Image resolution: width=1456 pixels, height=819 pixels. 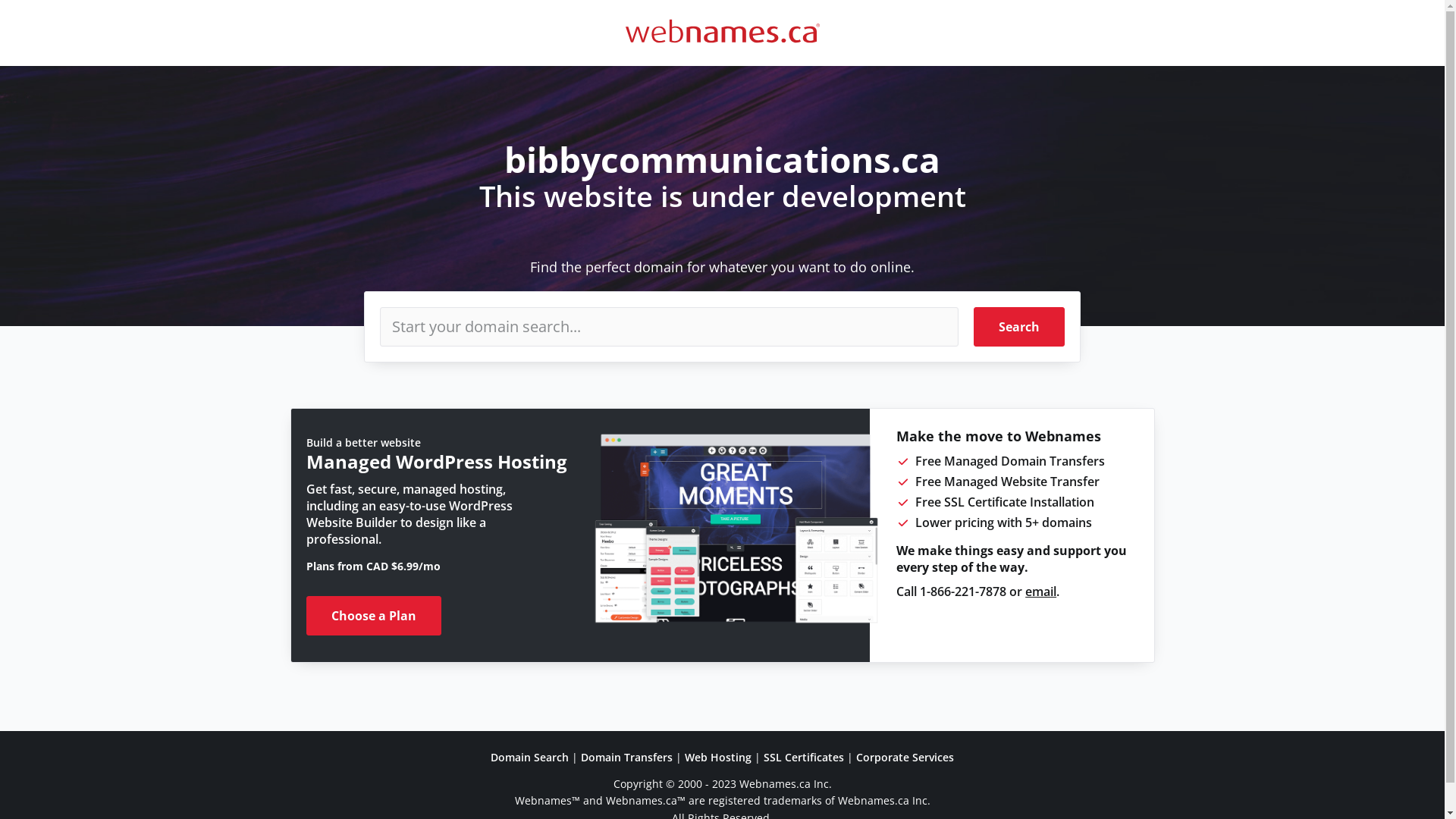 I want to click on 'Domain Transfers', so click(x=626, y=757).